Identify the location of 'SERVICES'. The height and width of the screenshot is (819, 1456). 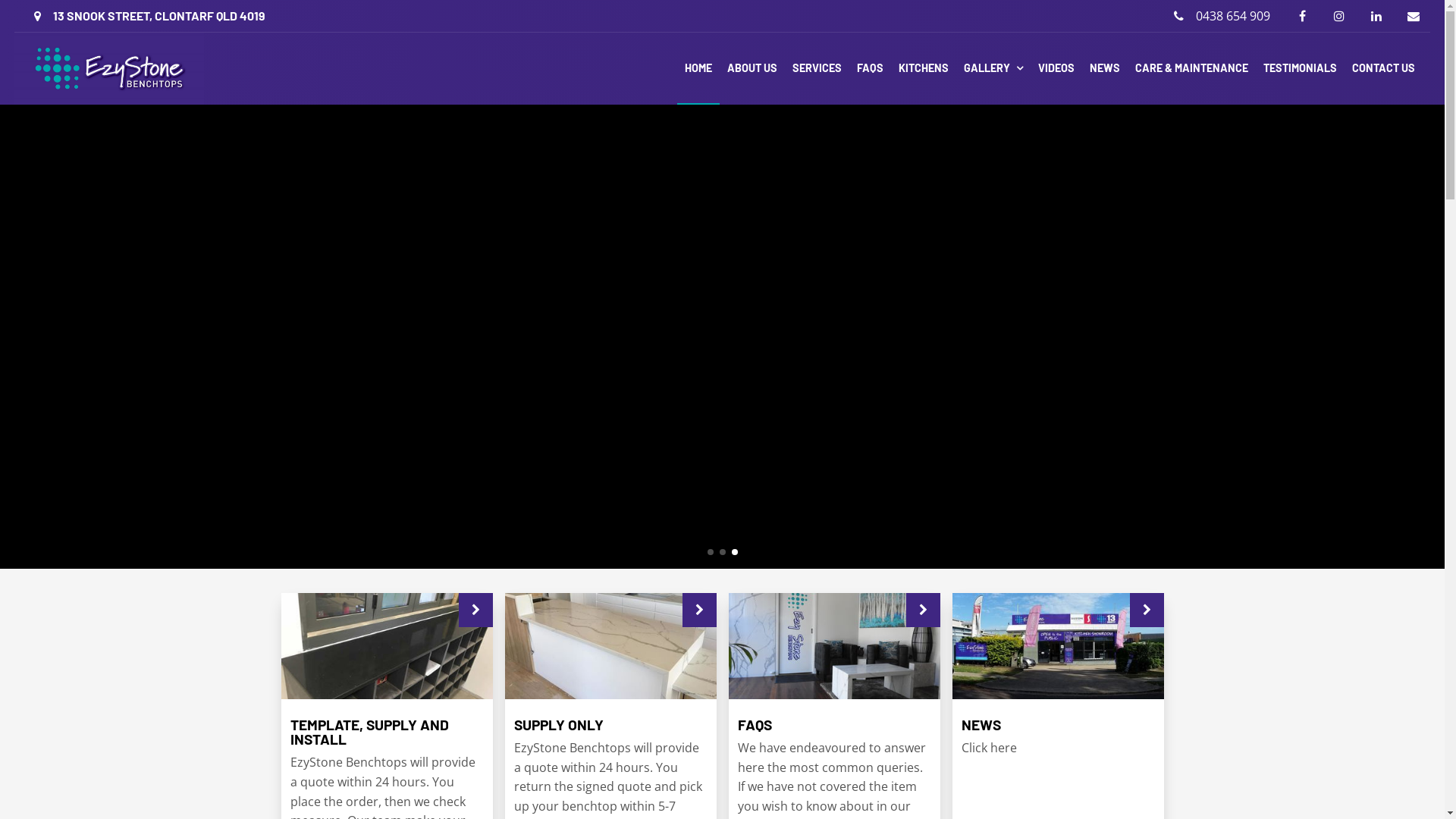
(816, 68).